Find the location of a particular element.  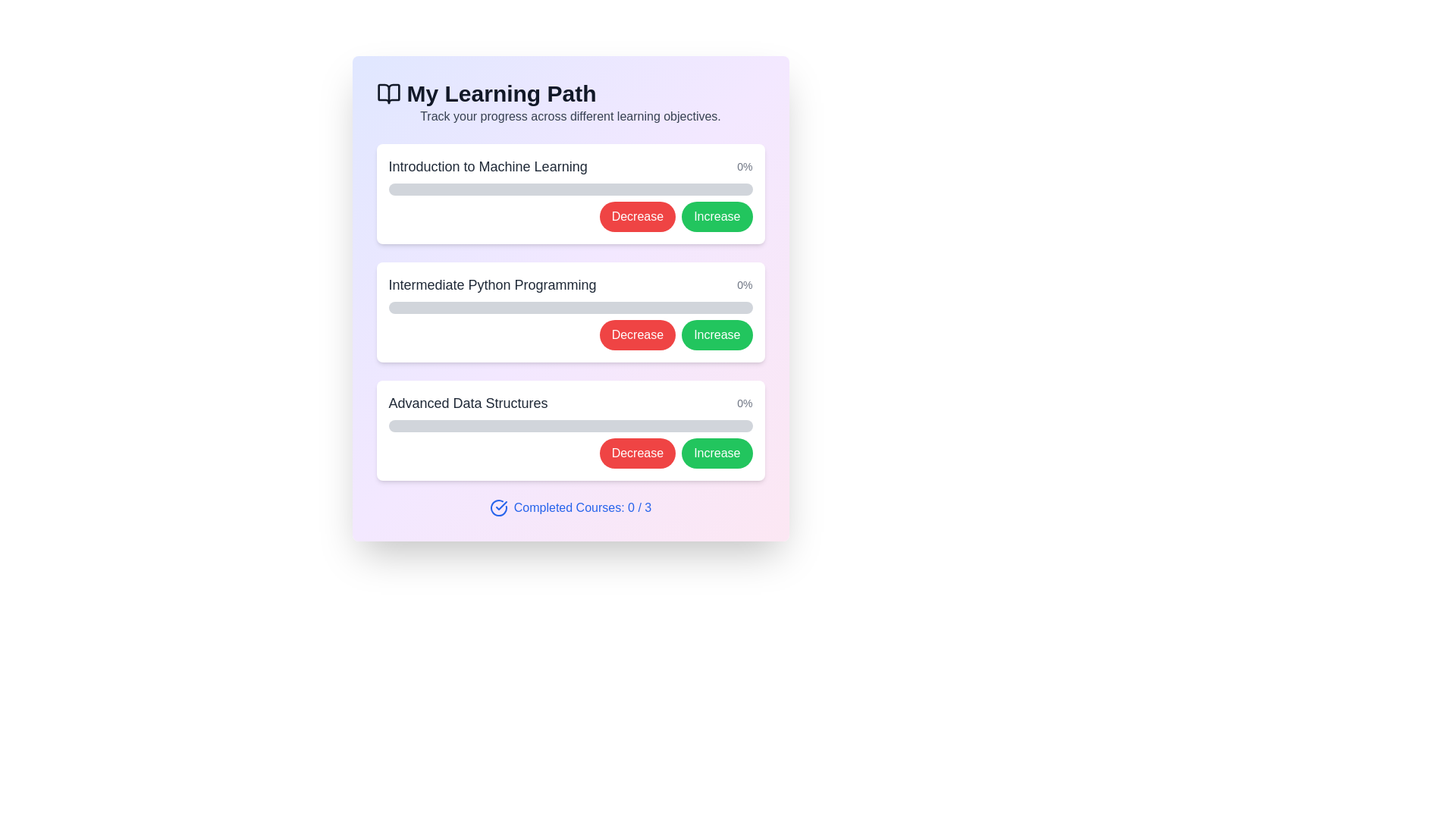

the Label displaying 'Introduction to Machine Learning' with the percentage '0%' on the right is located at coordinates (570, 166).